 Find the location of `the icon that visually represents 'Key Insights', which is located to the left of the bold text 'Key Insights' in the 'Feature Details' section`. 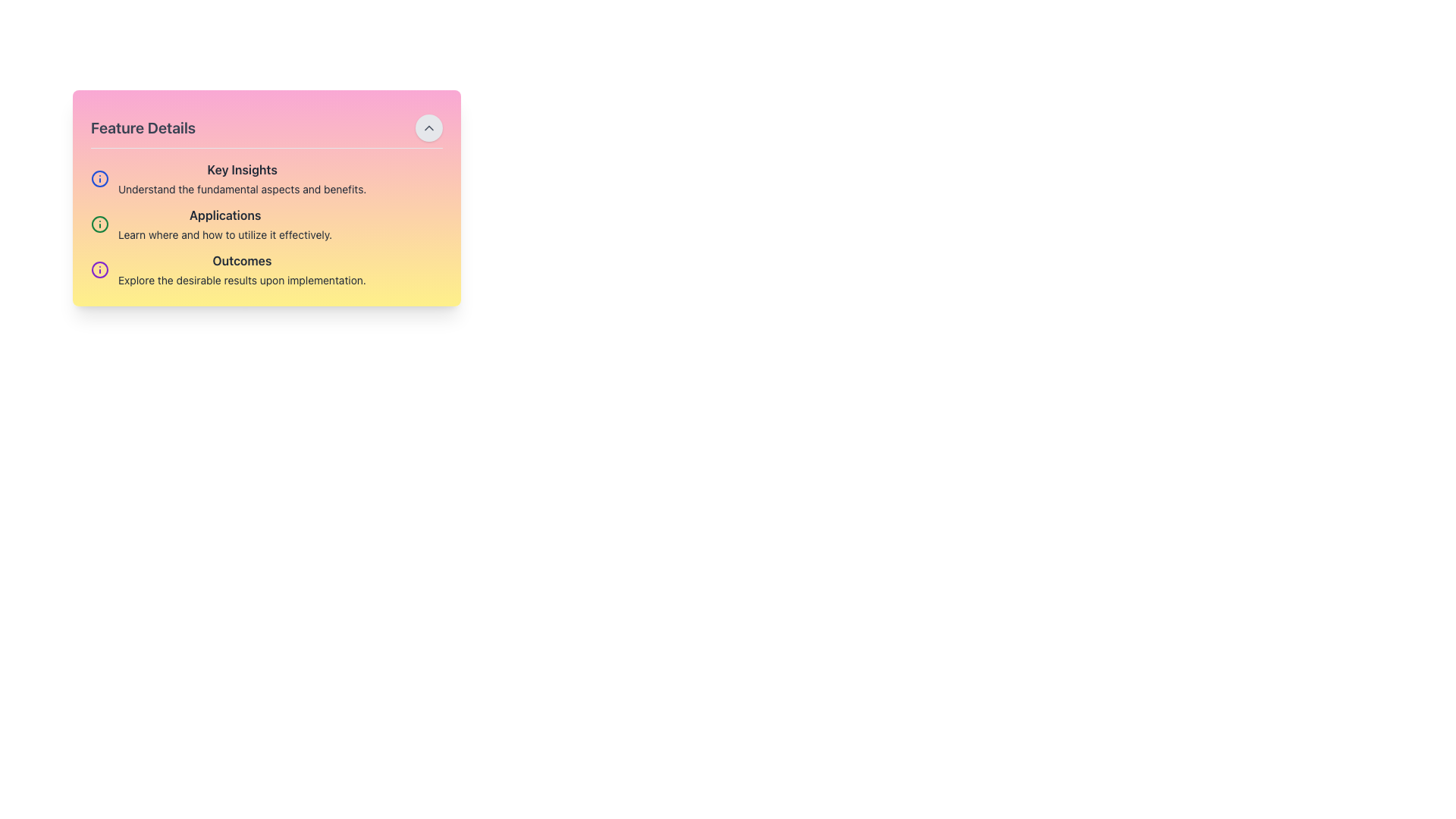

the icon that visually represents 'Key Insights', which is located to the left of the bold text 'Key Insights' in the 'Feature Details' section is located at coordinates (99, 177).